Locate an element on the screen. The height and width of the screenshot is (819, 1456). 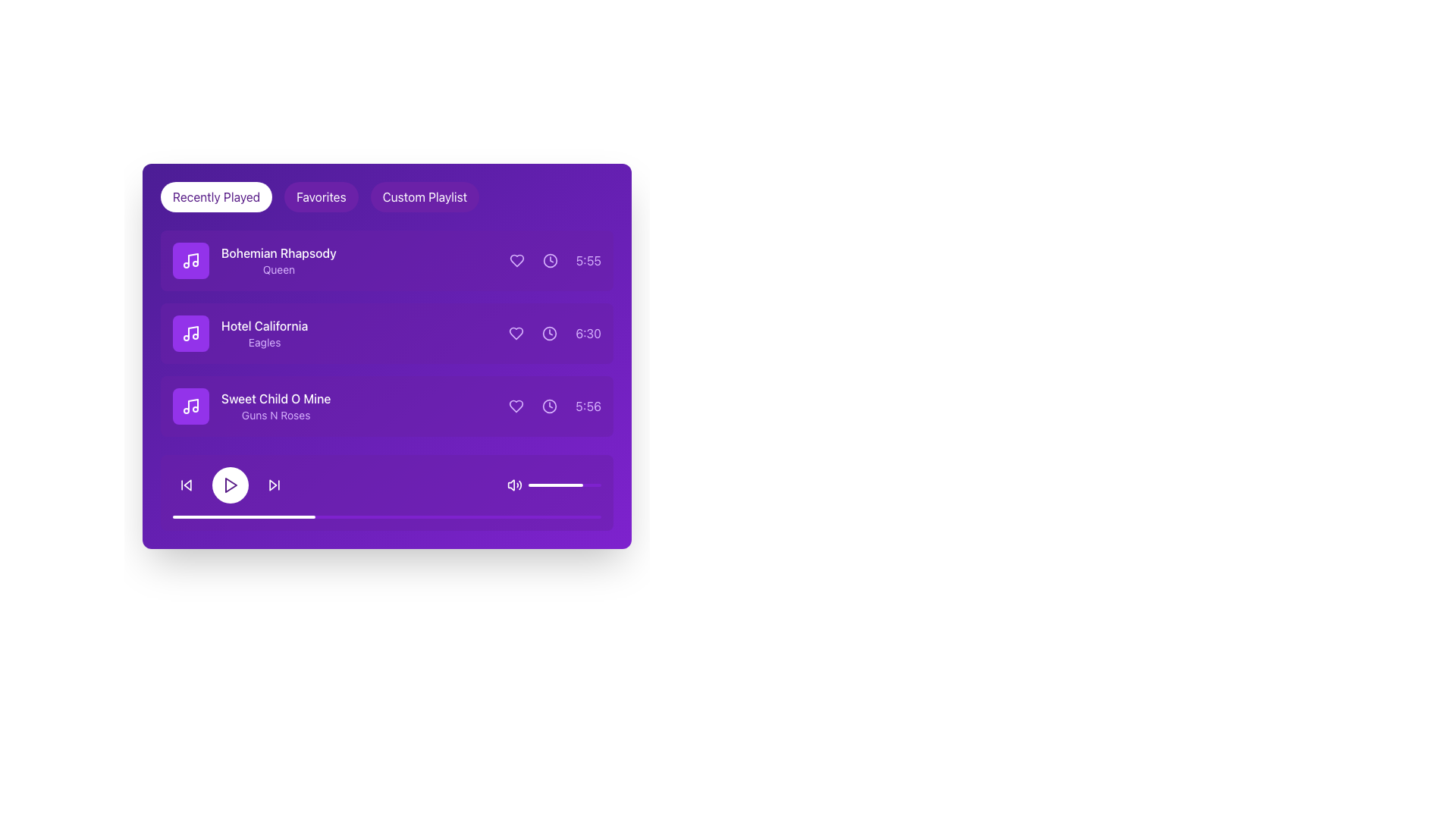
the music note icon contained within a purple square background, which is the second icon in the vertical list next to the song entry 'Hotel California' by the Eagles is located at coordinates (190, 332).